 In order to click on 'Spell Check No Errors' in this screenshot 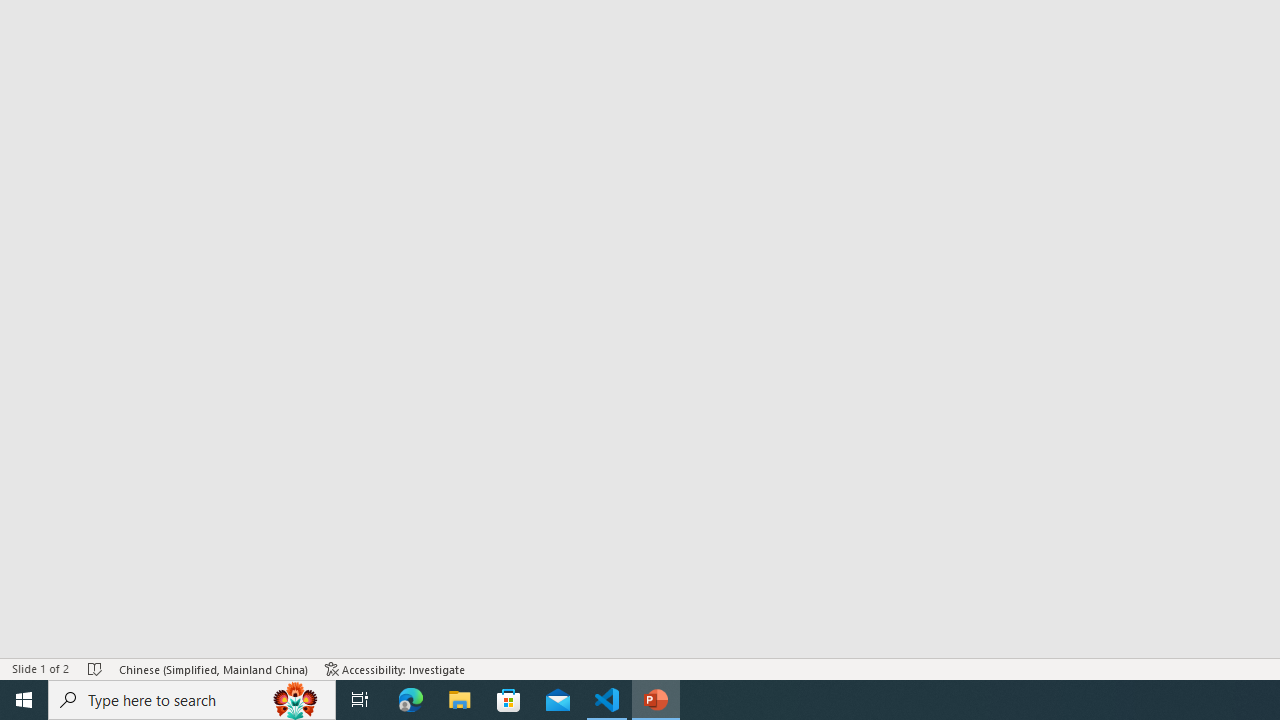, I will do `click(95, 669)`.